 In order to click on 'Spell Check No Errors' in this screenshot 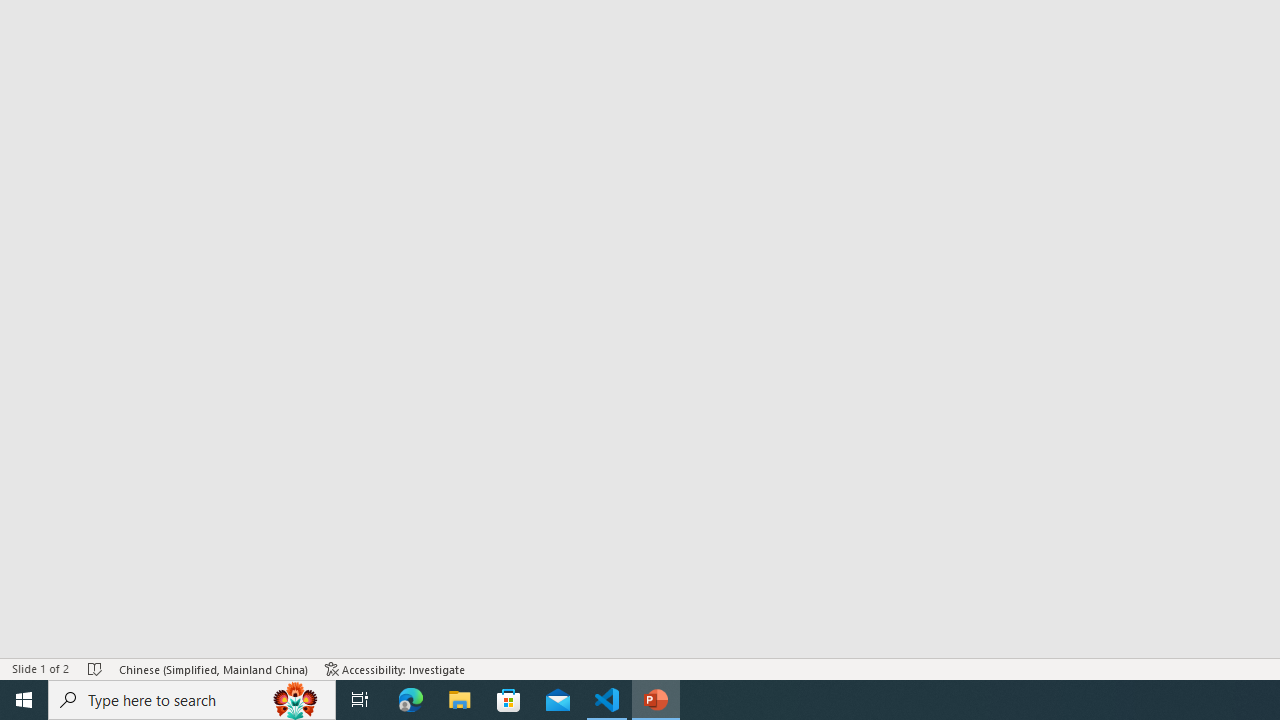, I will do `click(95, 669)`.